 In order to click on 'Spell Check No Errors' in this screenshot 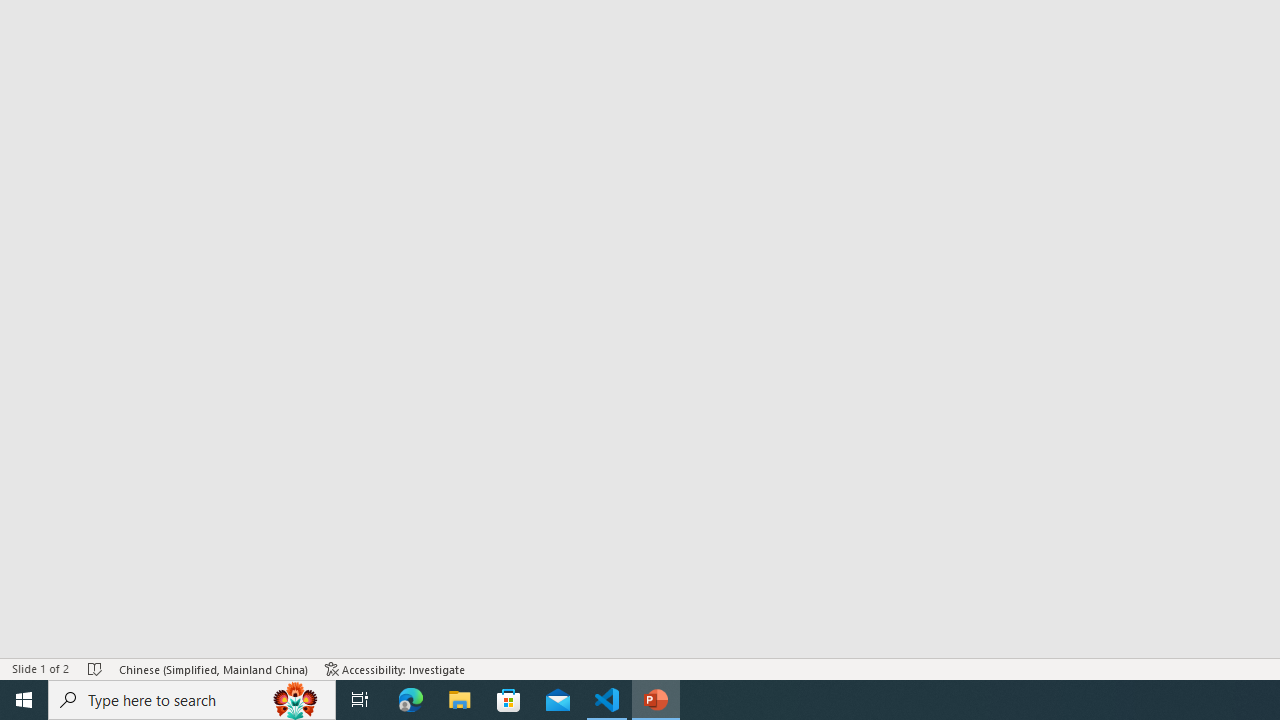, I will do `click(95, 669)`.